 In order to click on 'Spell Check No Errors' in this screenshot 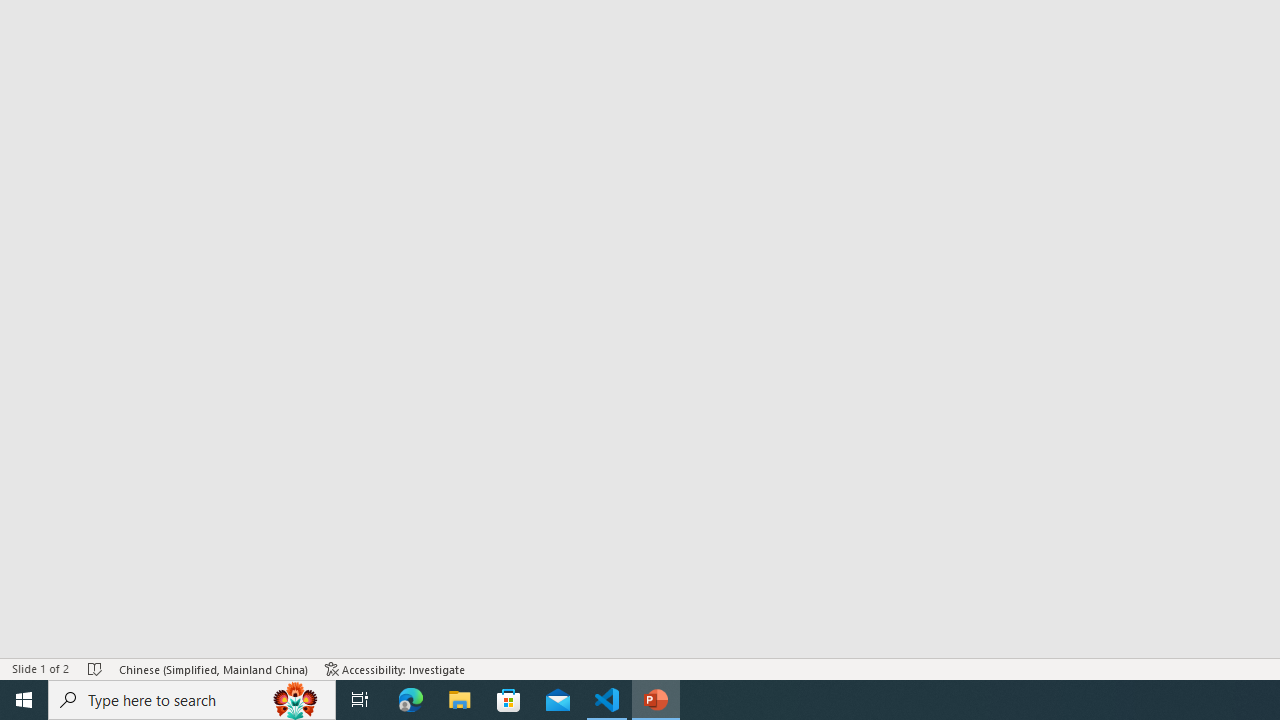, I will do `click(95, 669)`.